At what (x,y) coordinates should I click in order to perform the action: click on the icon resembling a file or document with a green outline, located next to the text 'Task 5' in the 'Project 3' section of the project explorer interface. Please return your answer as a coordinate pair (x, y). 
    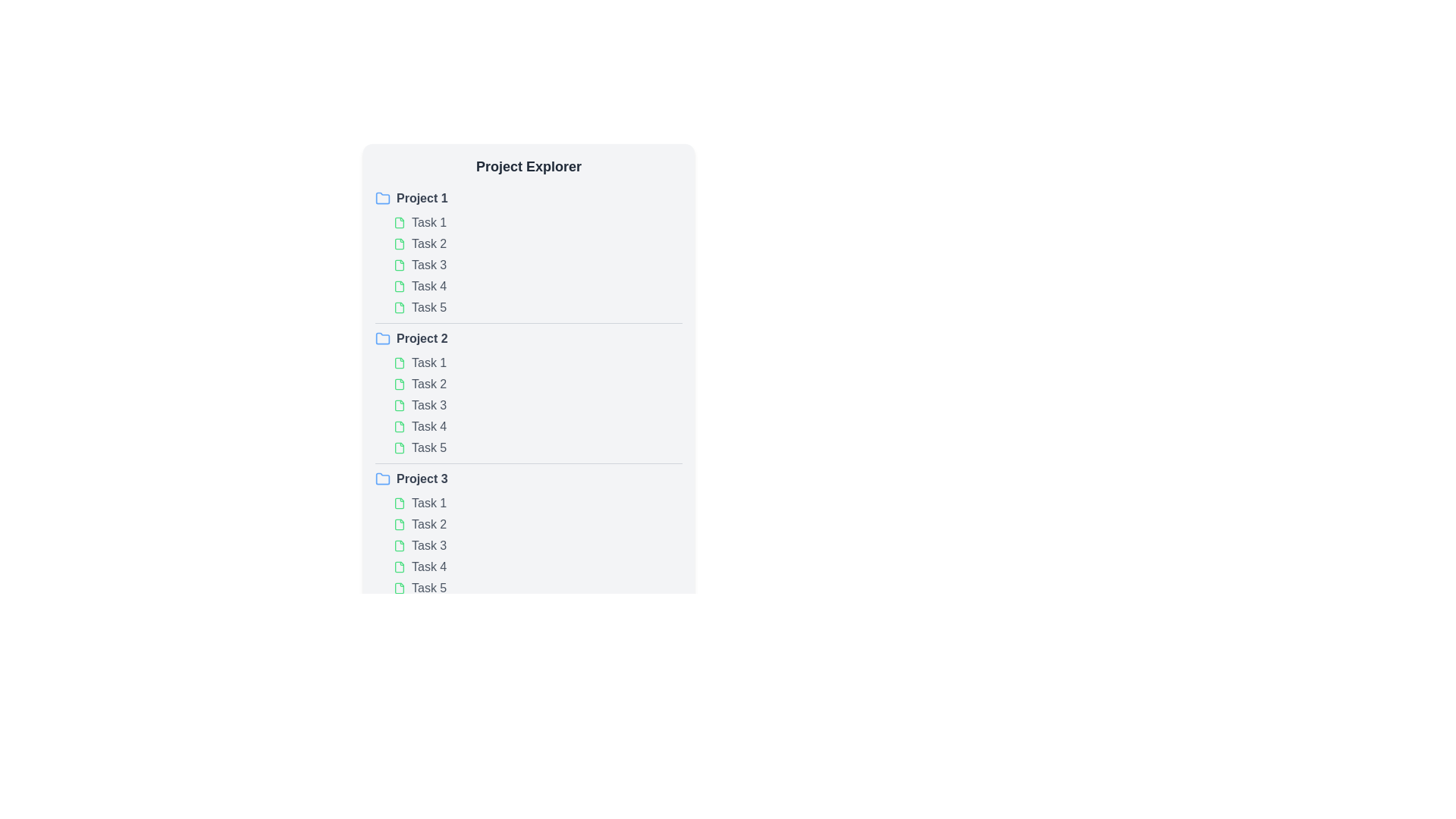
    Looking at the image, I should click on (400, 587).